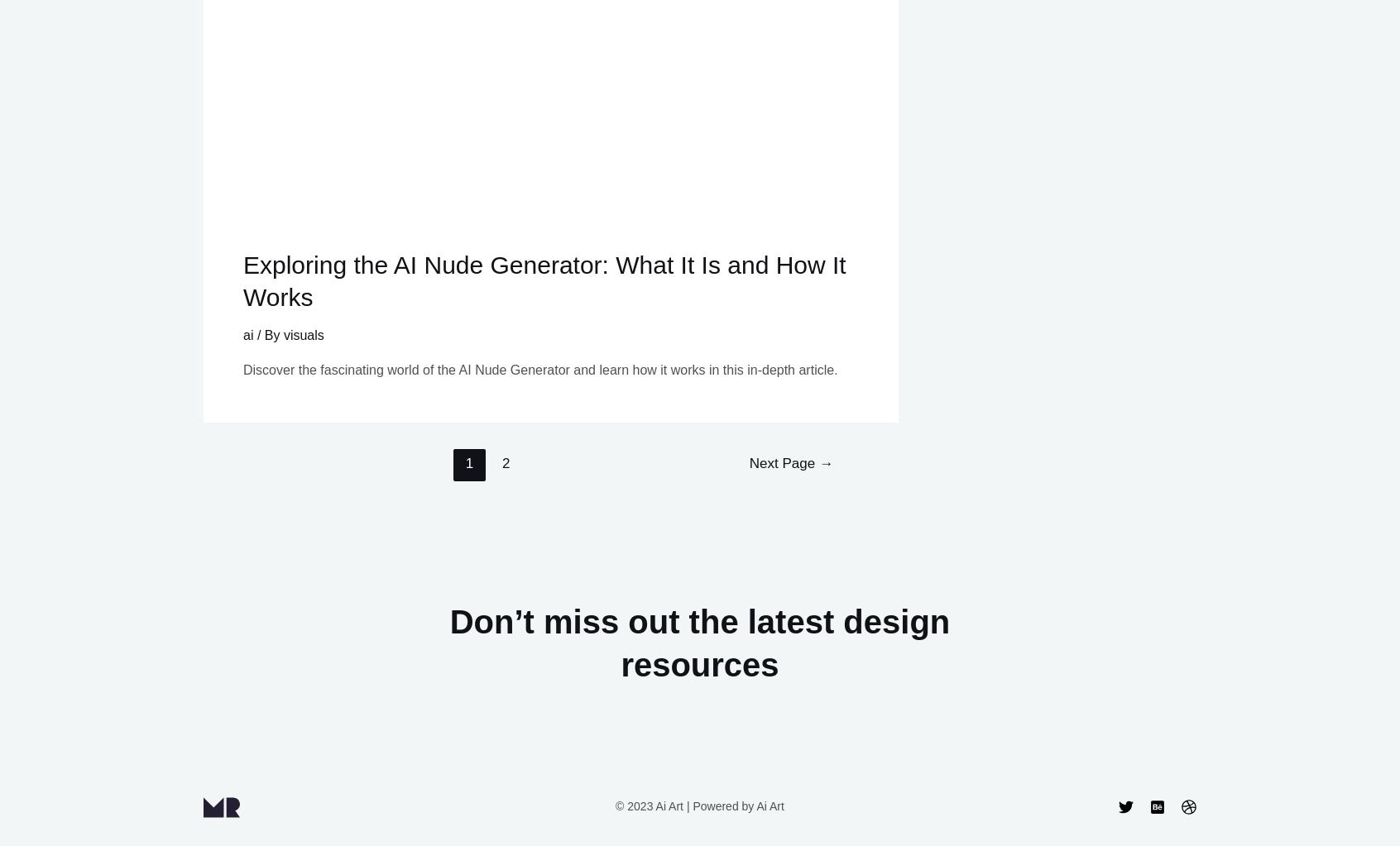 This screenshot has height=846, width=1400. Describe the element at coordinates (267, 334) in the screenshot. I see `'/ By'` at that location.